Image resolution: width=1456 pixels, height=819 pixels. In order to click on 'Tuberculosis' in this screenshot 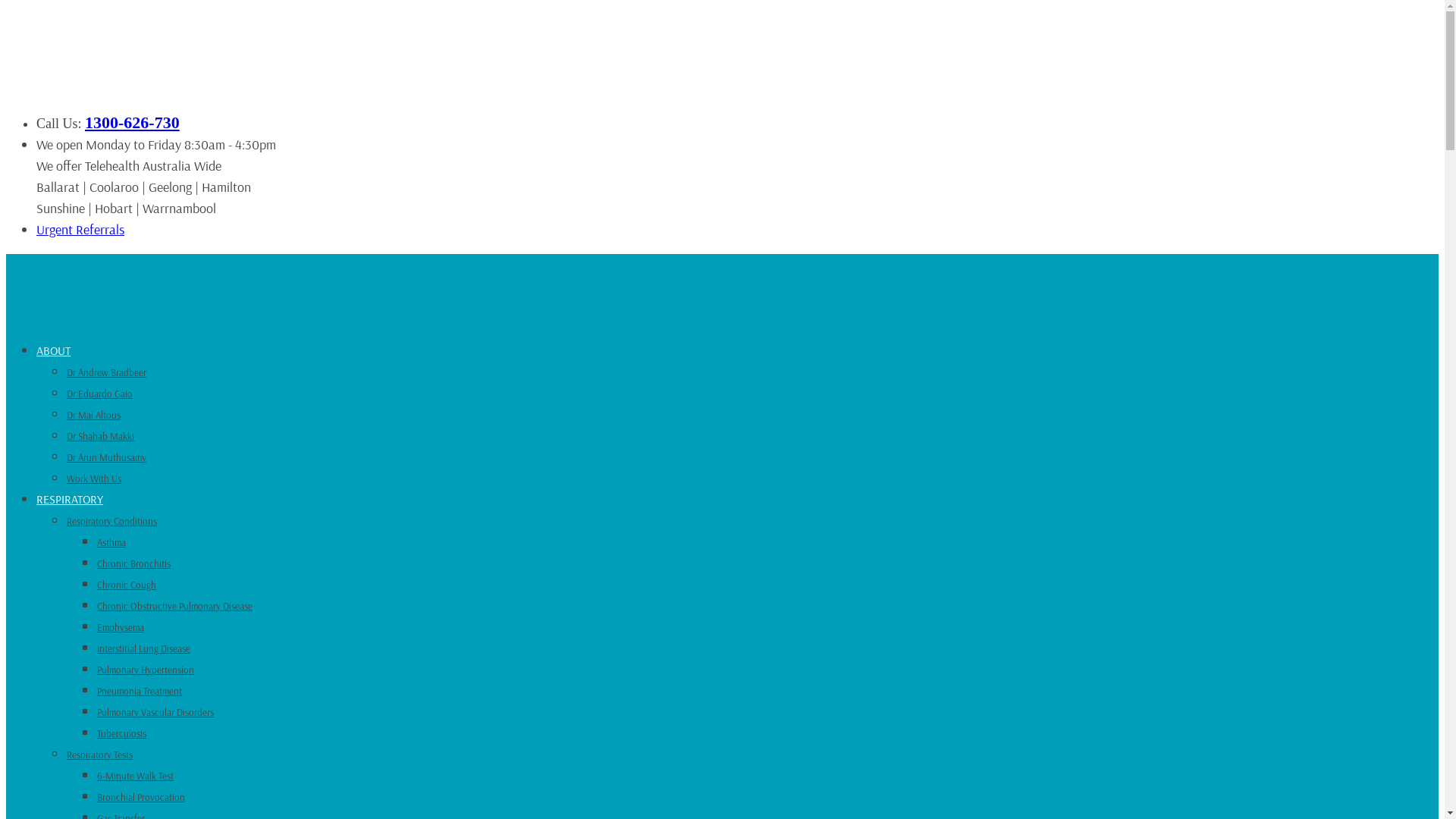, I will do `click(121, 733)`.